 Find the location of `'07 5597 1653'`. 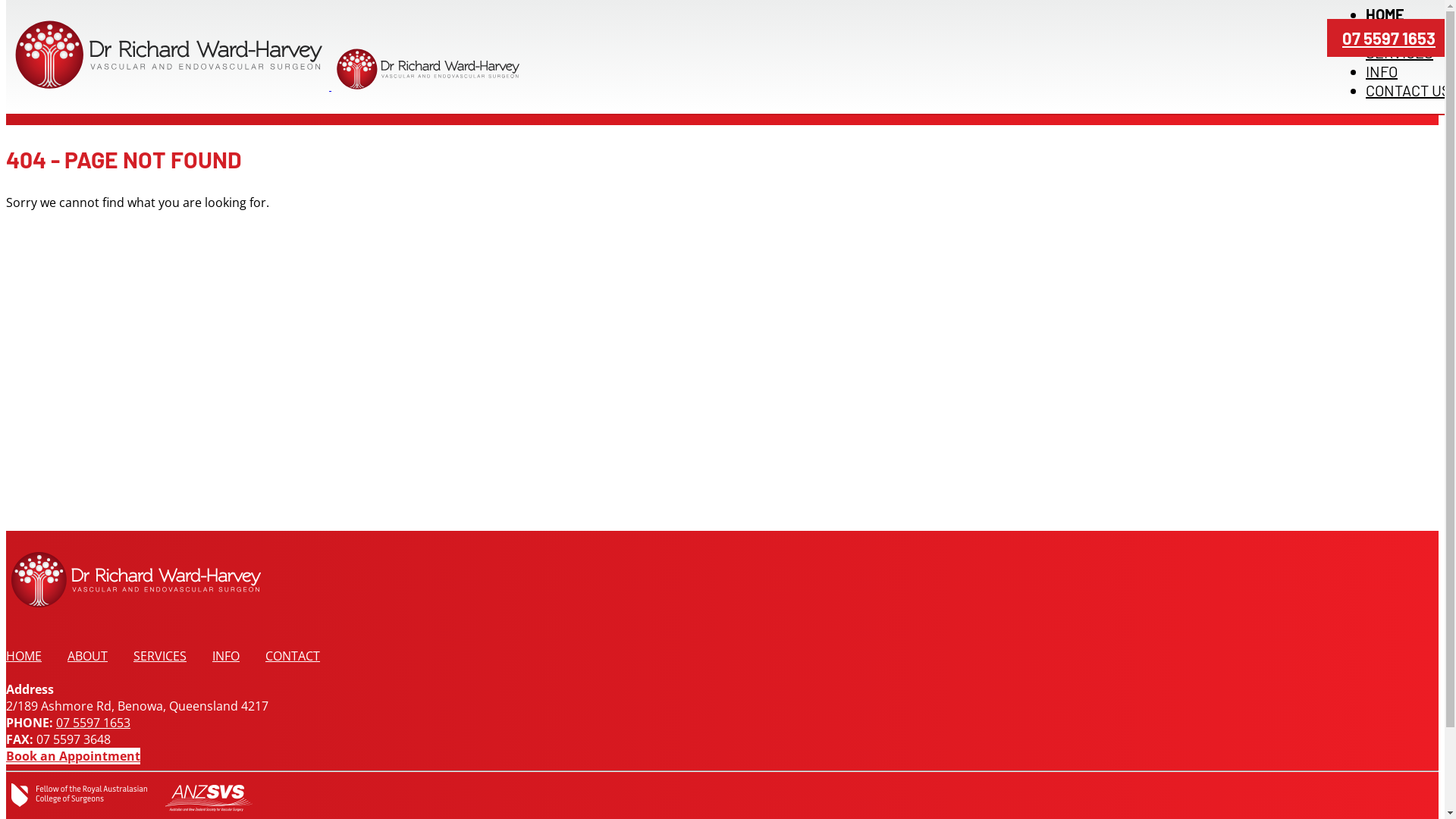

'07 5597 1653' is located at coordinates (1389, 37).